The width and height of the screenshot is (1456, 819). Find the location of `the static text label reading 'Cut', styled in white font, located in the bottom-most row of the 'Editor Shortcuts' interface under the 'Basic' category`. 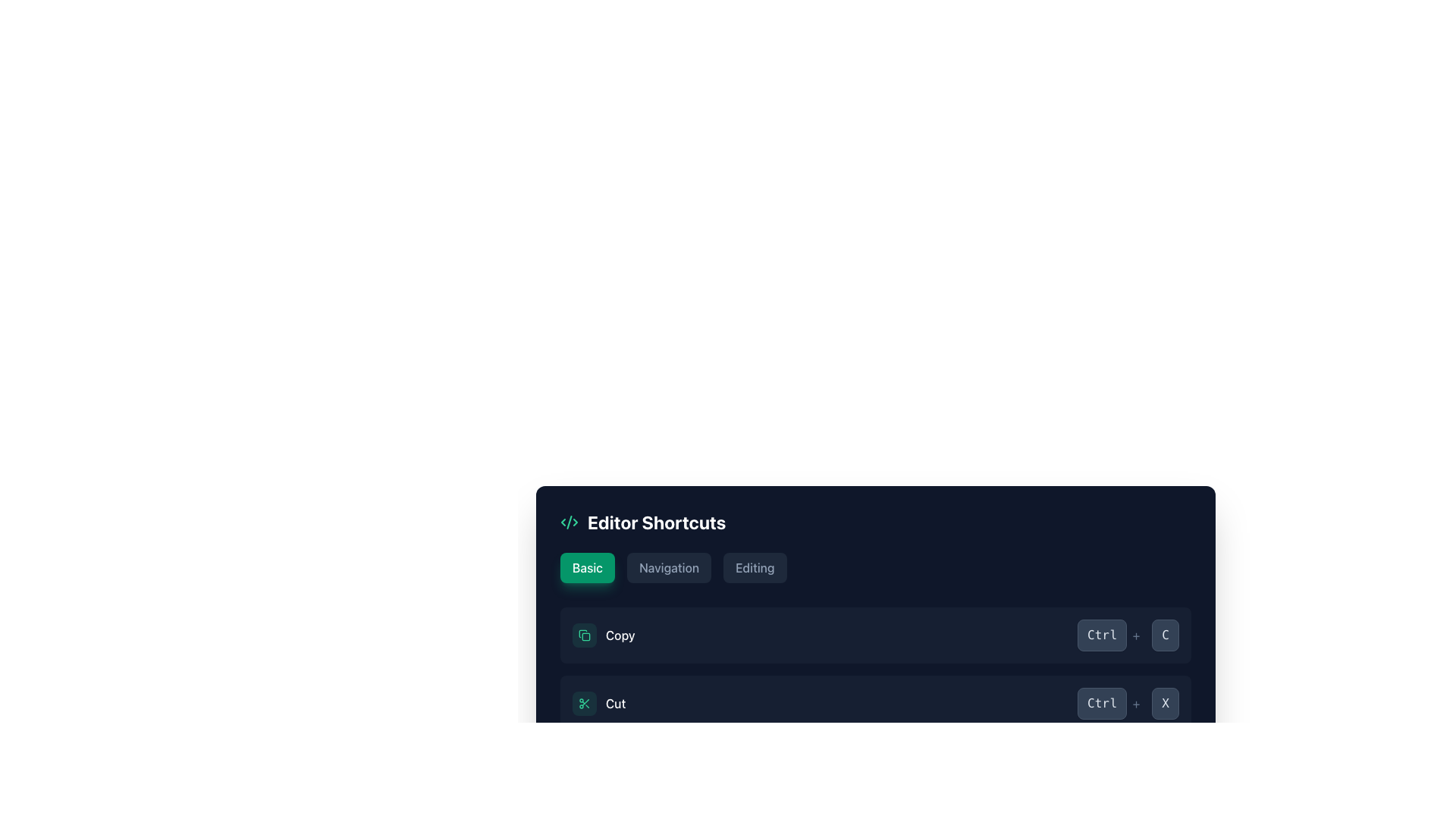

the static text label reading 'Cut', styled in white font, located in the bottom-most row of the 'Editor Shortcuts' interface under the 'Basic' category is located at coordinates (616, 704).